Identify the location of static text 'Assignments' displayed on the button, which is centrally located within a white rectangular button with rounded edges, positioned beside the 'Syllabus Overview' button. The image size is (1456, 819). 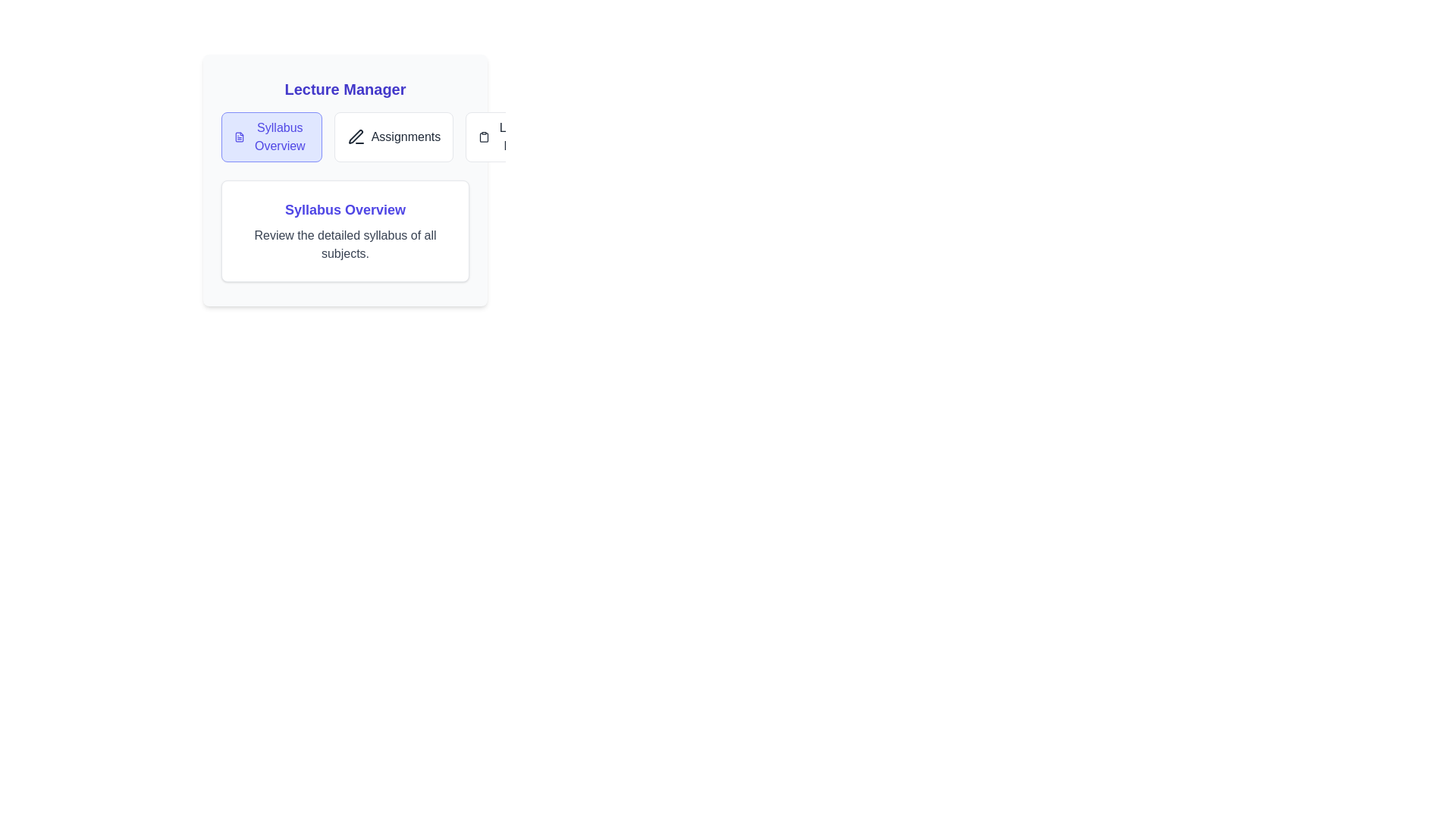
(406, 137).